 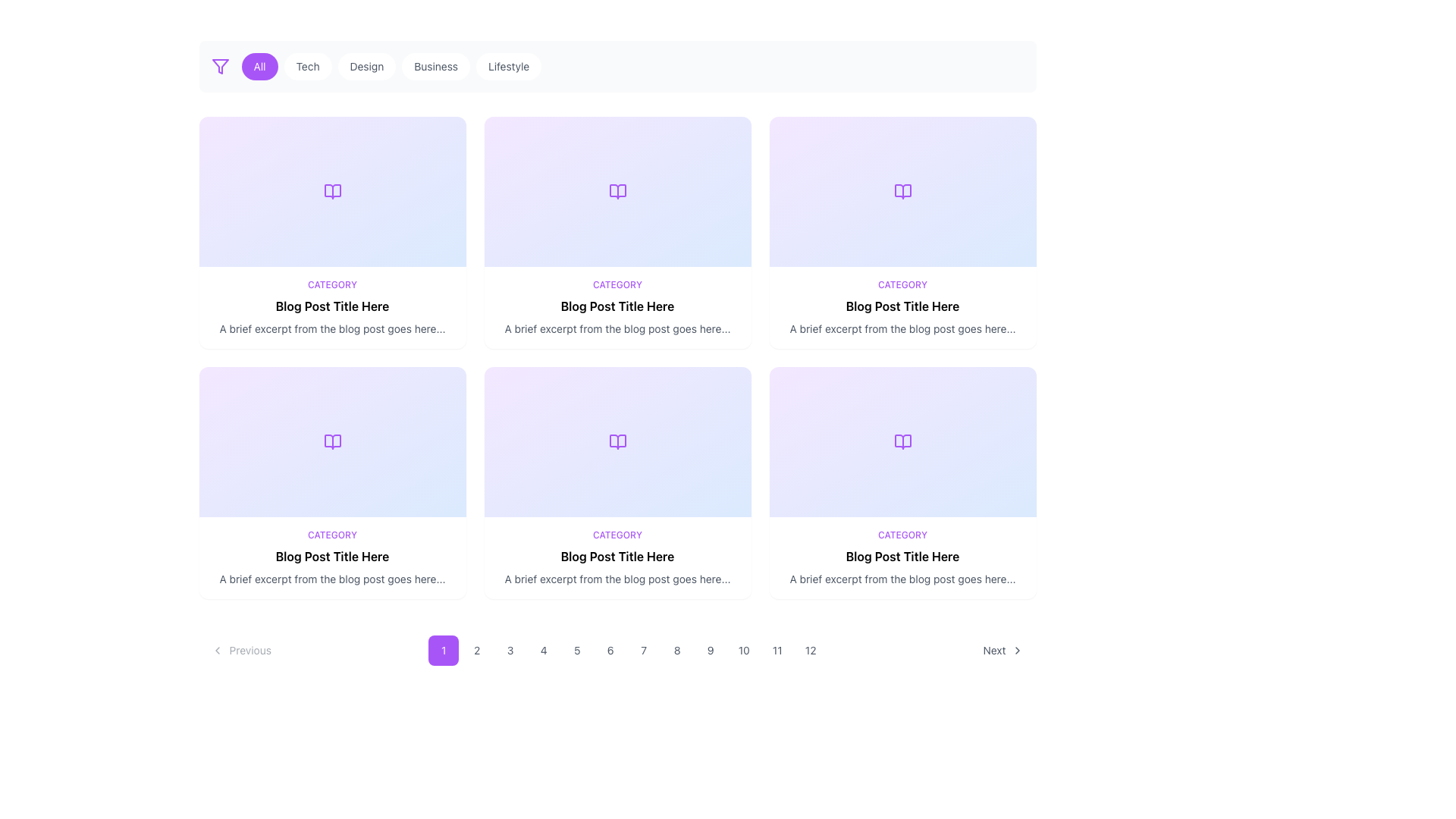 I want to click on the Card component located in the third row and first column of the grid layout, so click(x=331, y=482).